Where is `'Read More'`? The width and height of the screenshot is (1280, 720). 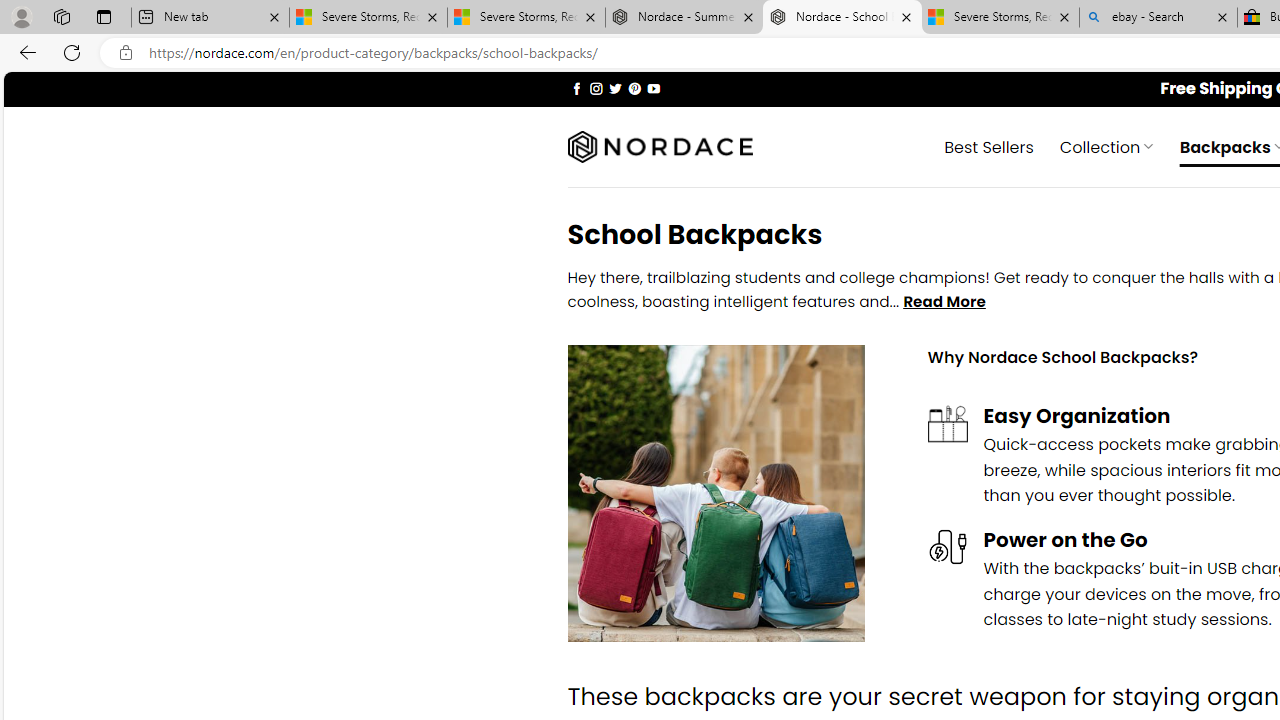
'Read More' is located at coordinates (943, 302).